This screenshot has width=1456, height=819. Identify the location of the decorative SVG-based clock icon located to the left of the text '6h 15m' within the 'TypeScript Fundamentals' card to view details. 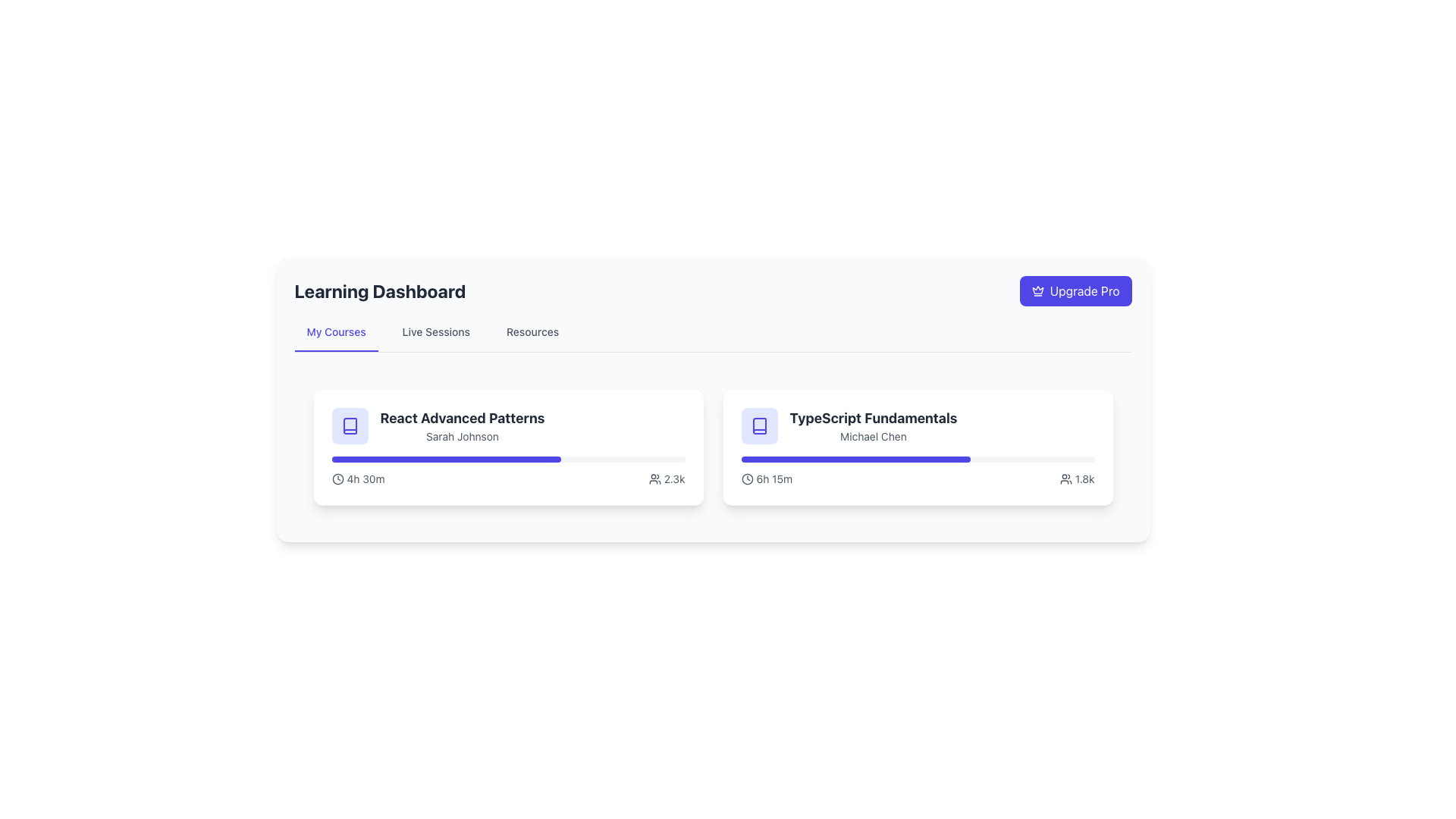
(747, 479).